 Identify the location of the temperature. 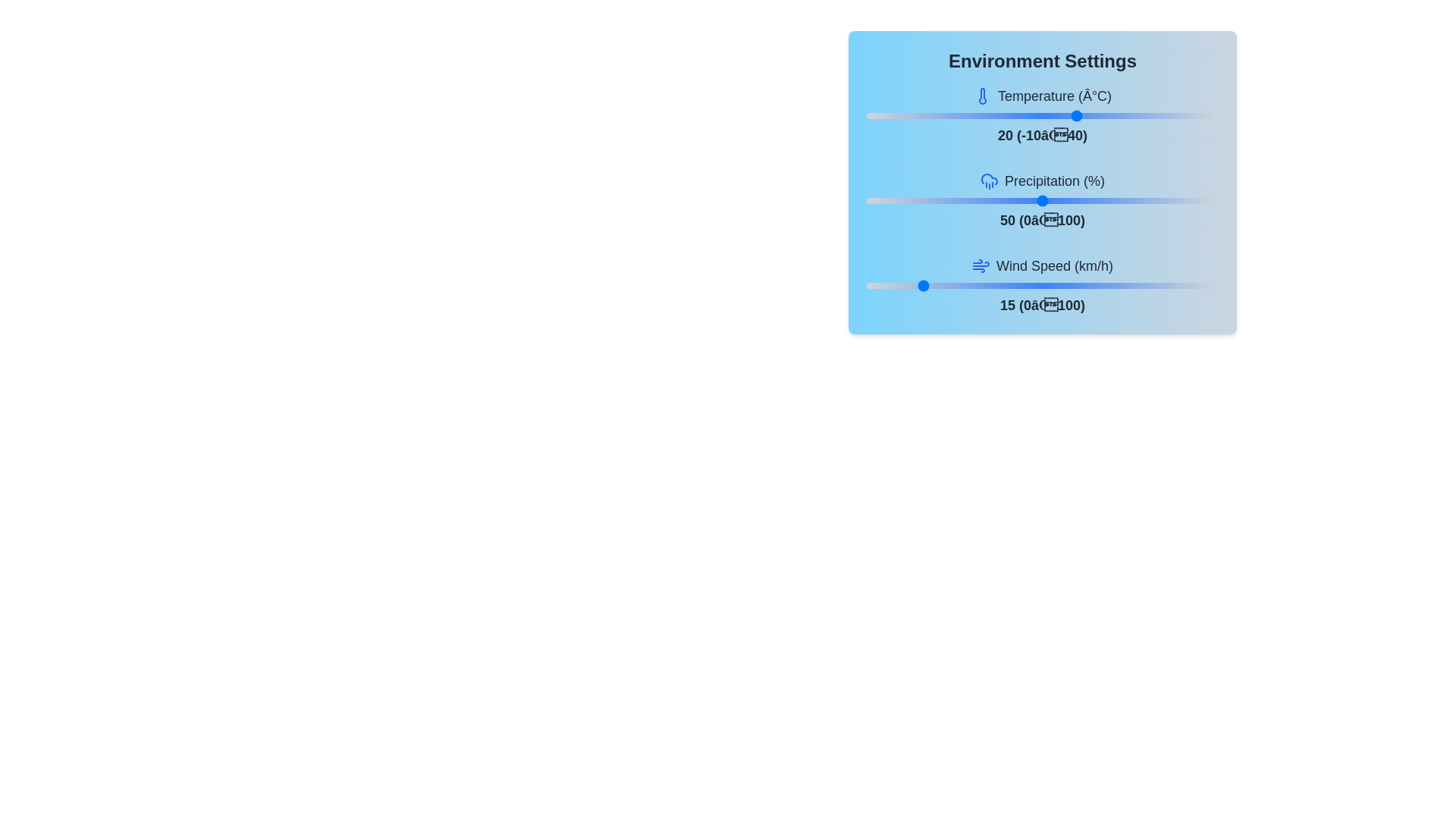
(1210, 115).